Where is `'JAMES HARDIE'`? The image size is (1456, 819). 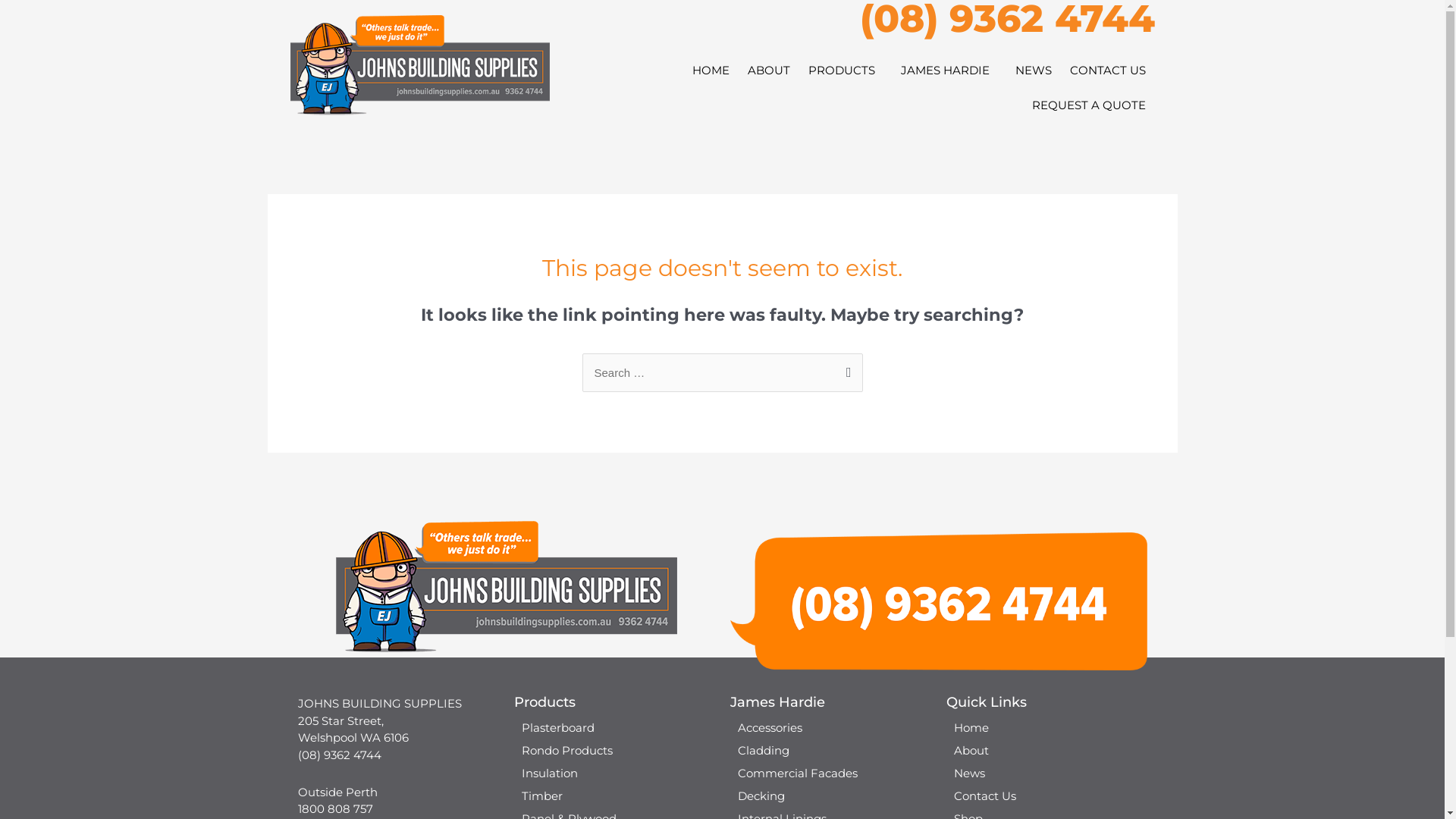
'JAMES HARDIE' is located at coordinates (948, 70).